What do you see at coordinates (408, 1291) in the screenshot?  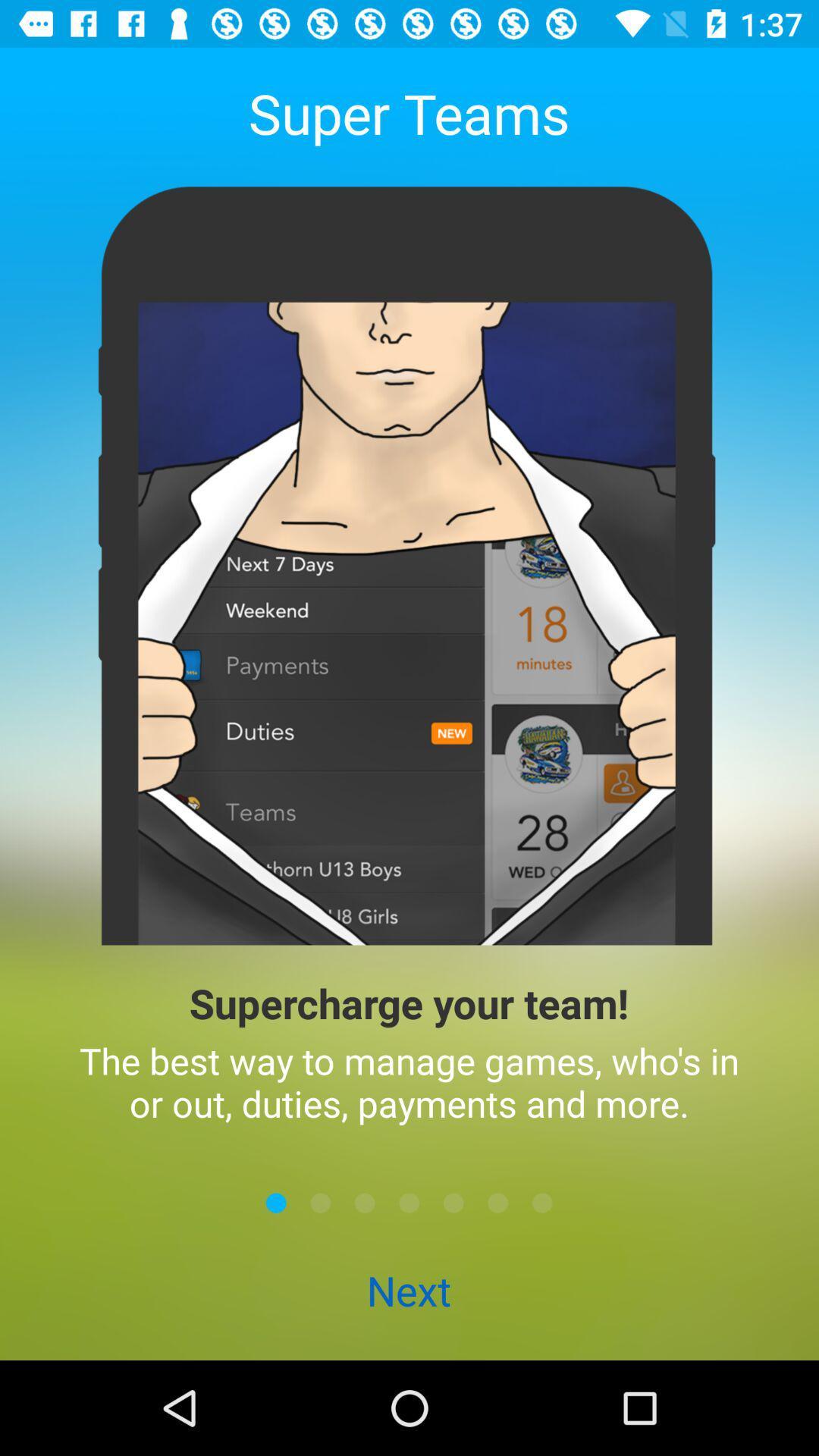 I see `the next icon` at bounding box center [408, 1291].